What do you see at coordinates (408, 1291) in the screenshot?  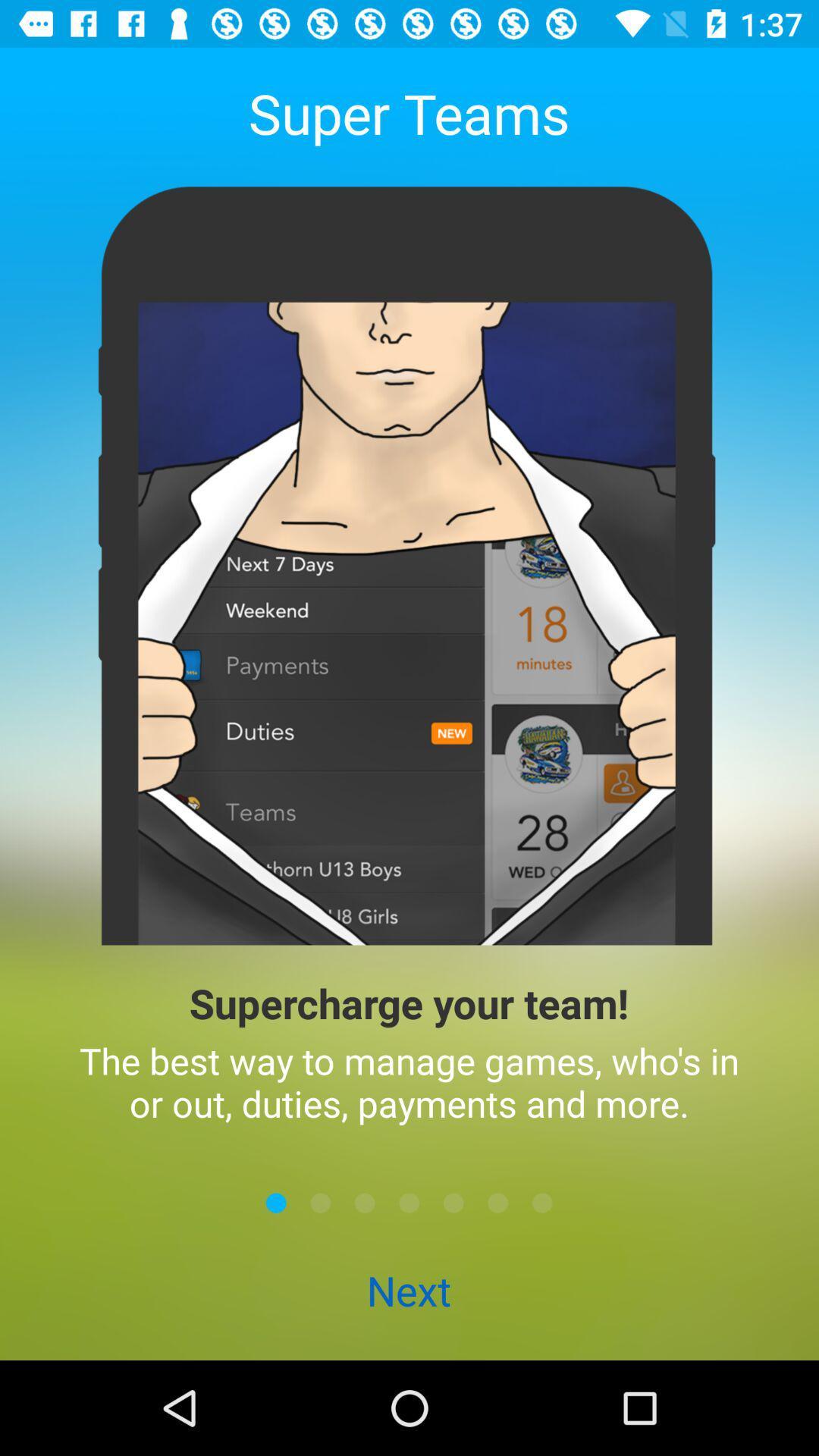 I see `the next icon` at bounding box center [408, 1291].